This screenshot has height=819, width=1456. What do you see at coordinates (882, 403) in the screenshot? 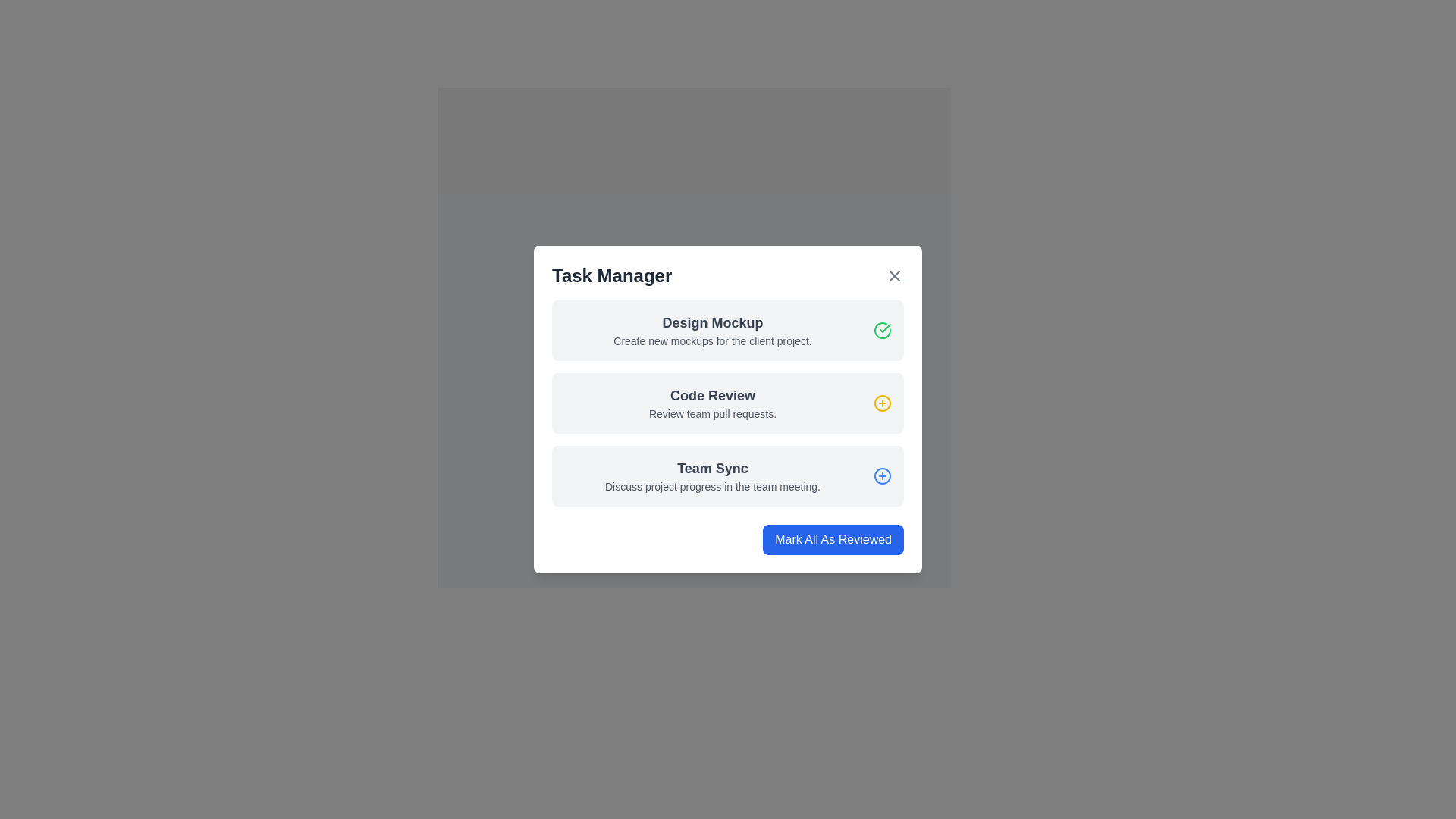
I see `the circular icon with a yellow border and a plus sign in its center, which is located to the right of the 'Code Review' task` at bounding box center [882, 403].